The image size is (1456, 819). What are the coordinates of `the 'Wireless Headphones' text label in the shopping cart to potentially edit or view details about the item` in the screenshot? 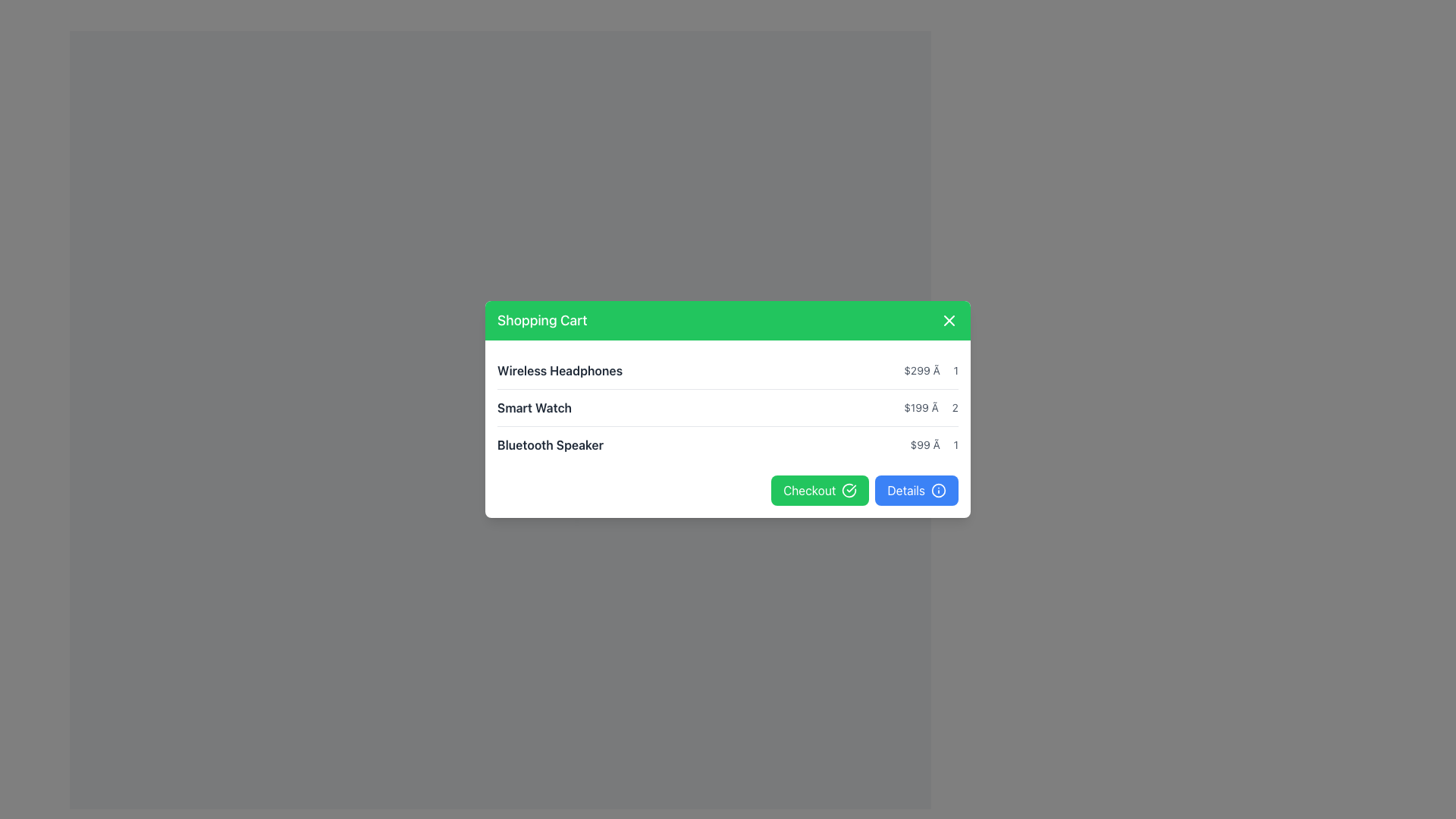 It's located at (559, 371).